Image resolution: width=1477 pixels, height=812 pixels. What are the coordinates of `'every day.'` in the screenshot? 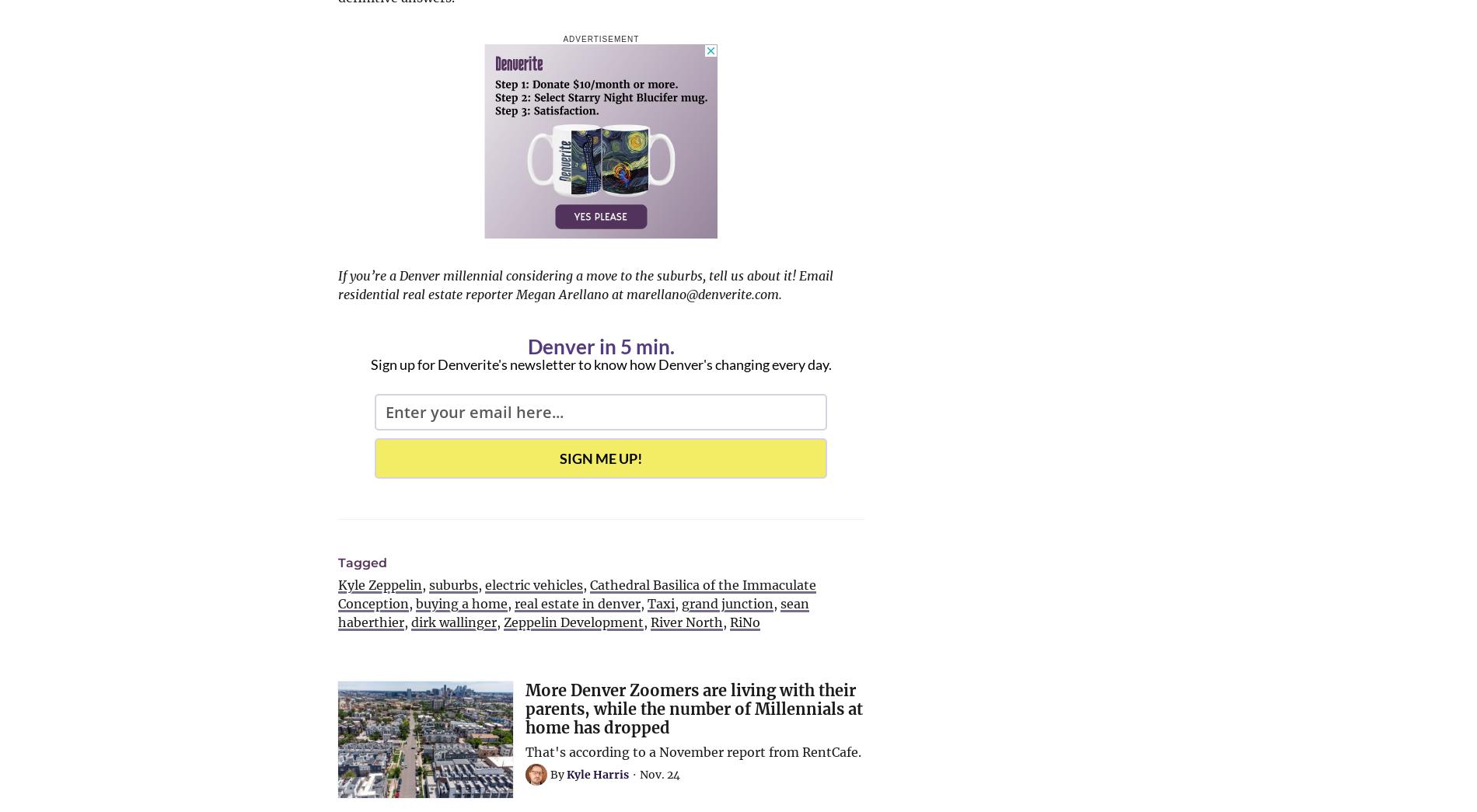 It's located at (801, 363).